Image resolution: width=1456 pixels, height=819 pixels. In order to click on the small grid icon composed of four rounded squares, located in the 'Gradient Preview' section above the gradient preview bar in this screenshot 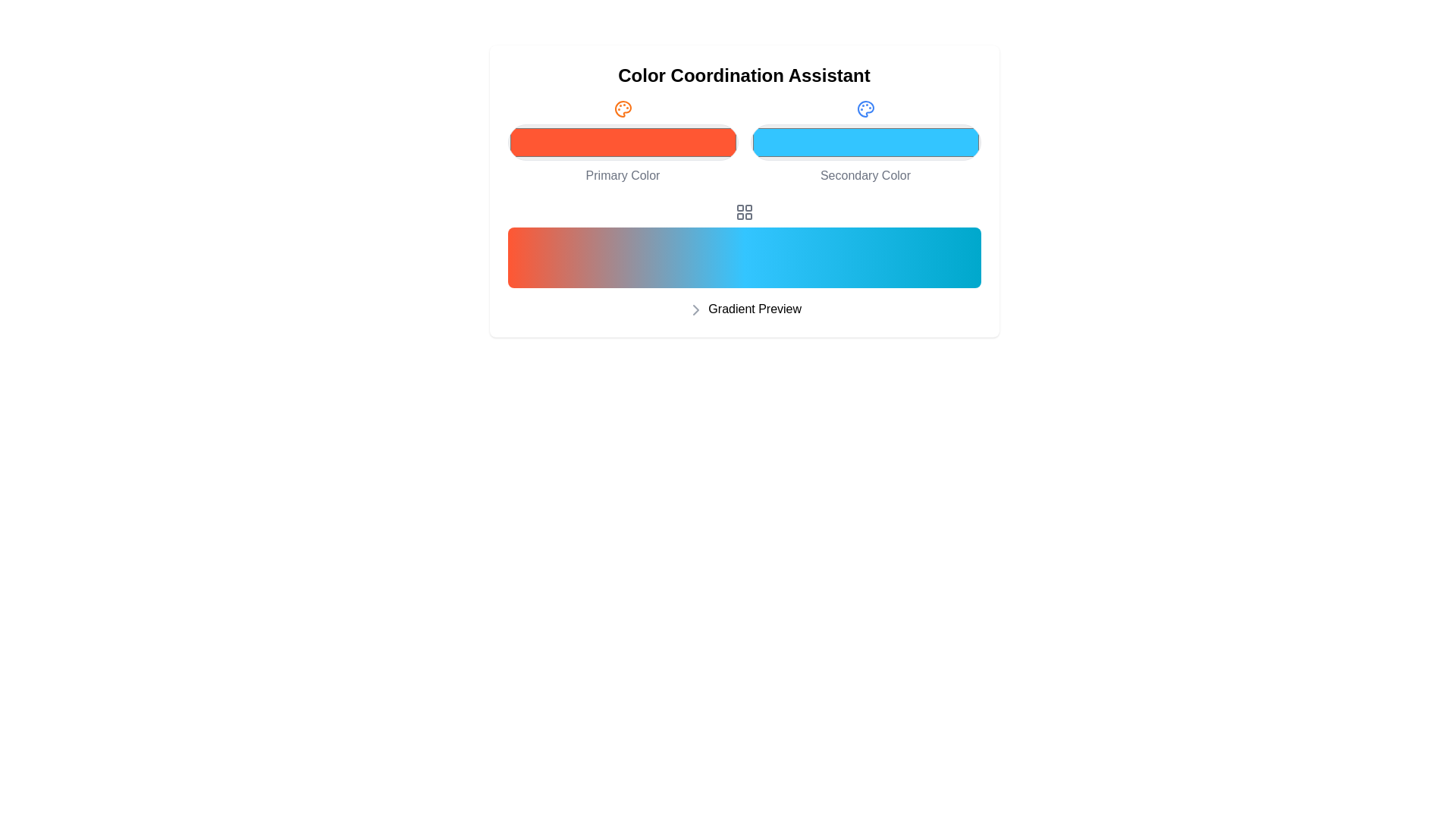, I will do `click(744, 212)`.